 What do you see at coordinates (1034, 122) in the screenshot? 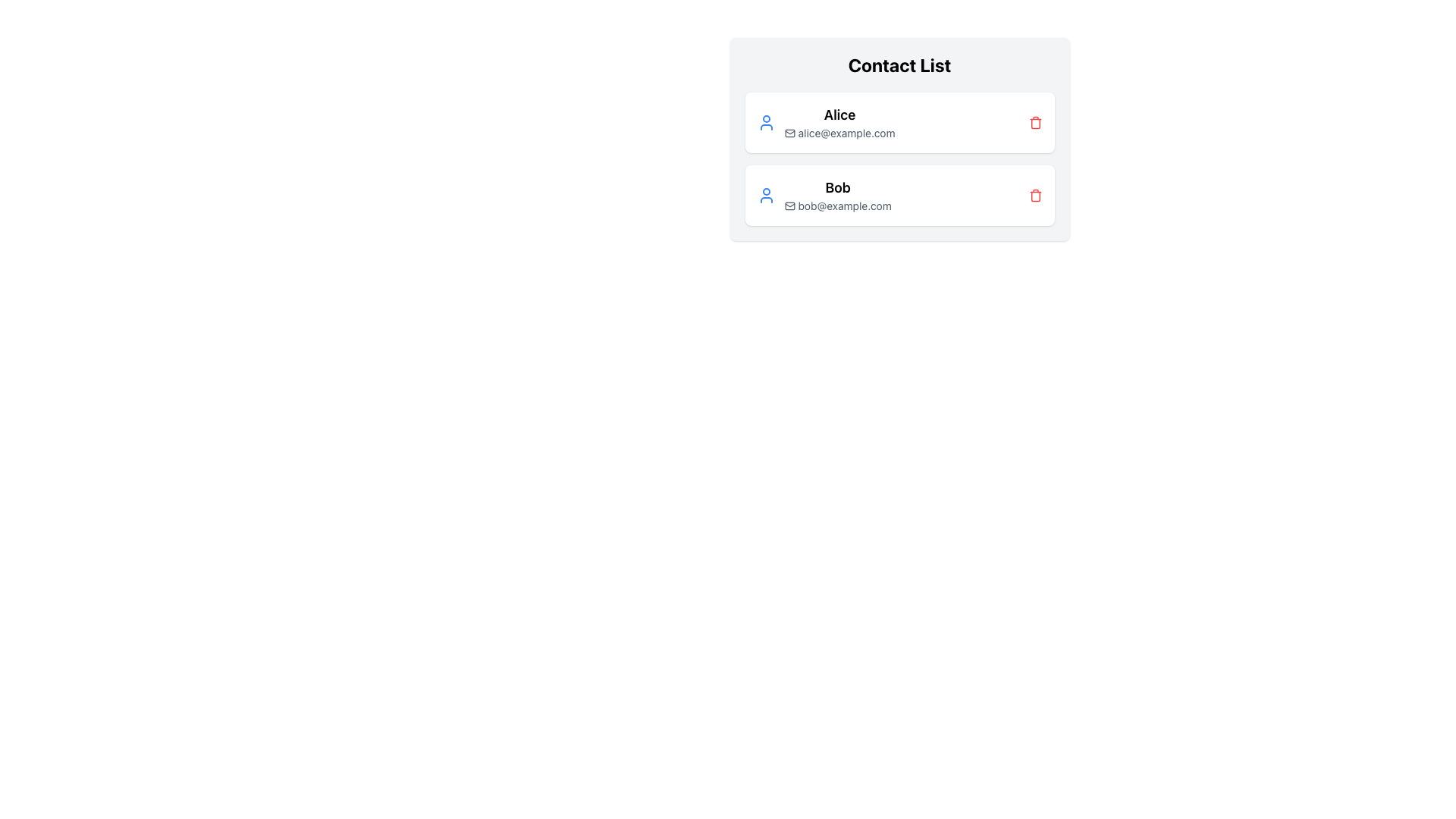
I see `the delete button with a trash bin icon located to the right of 'alice@example.com' in the 'Contact List' section` at bounding box center [1034, 122].